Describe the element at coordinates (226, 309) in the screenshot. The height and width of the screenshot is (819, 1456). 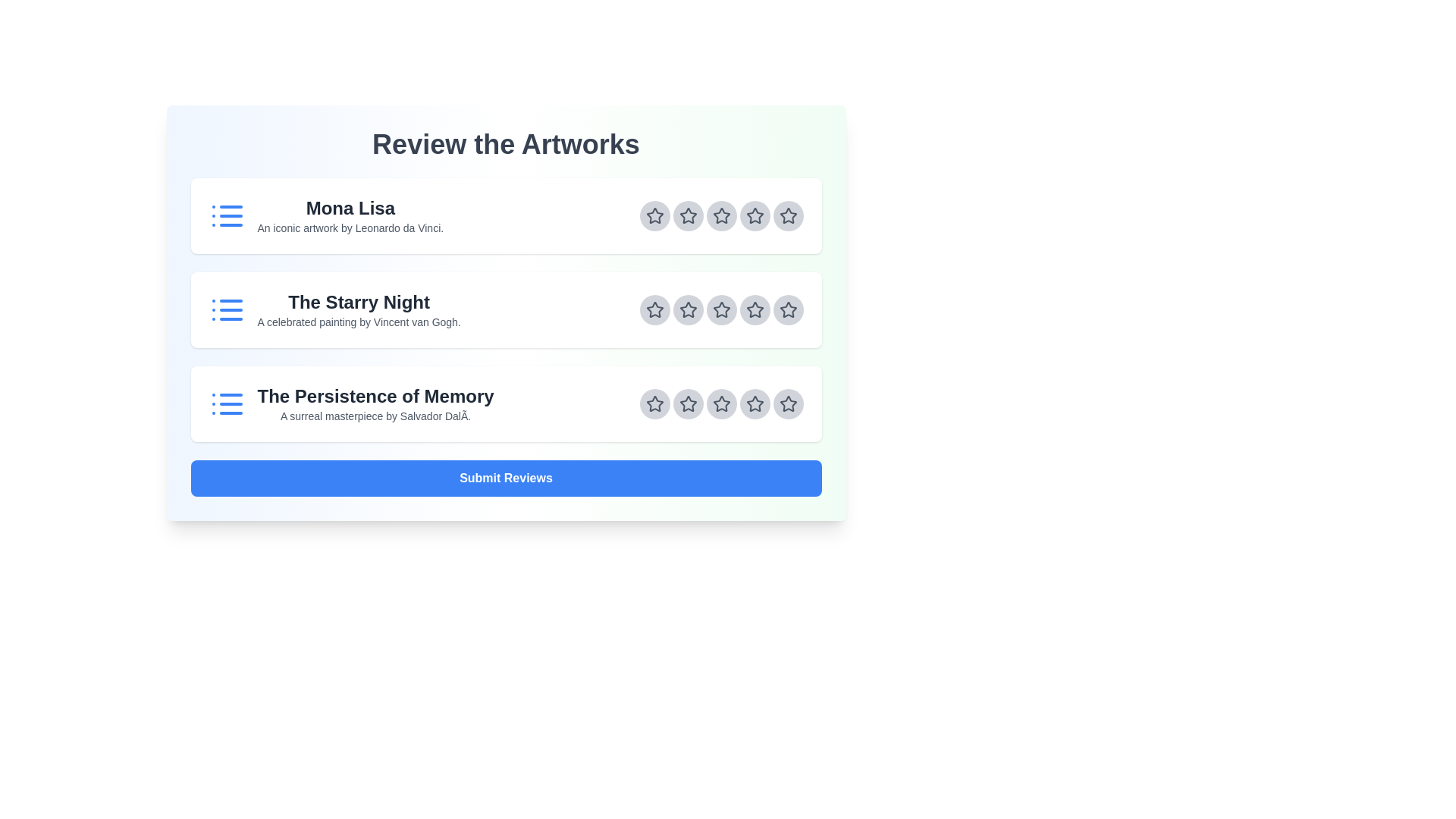
I see `the artwork icon for The Starry Night` at that location.